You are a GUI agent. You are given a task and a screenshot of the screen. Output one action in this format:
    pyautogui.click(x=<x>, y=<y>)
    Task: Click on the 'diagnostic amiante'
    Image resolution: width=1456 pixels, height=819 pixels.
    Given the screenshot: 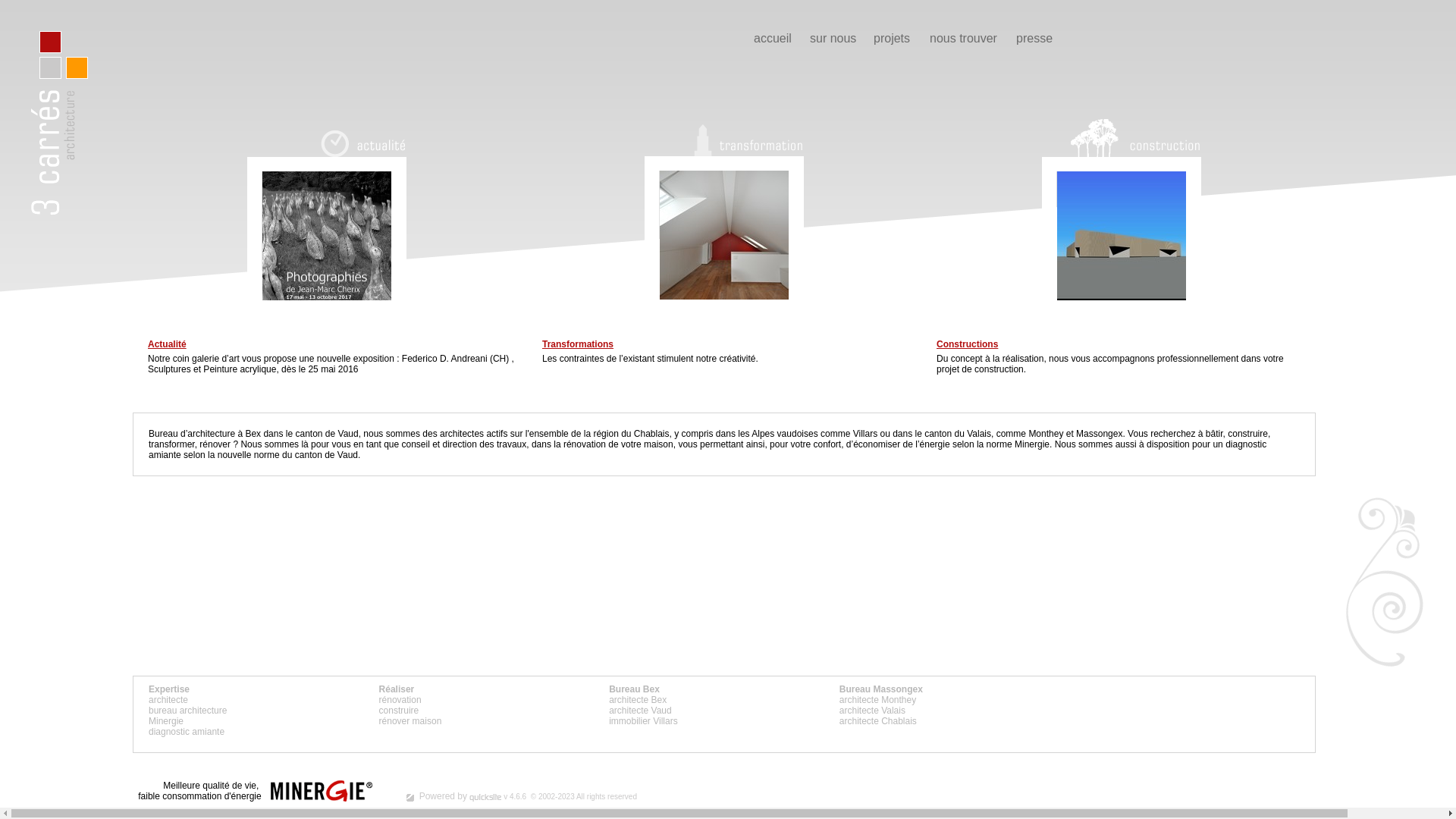 What is the action you would take?
    pyautogui.click(x=185, y=730)
    